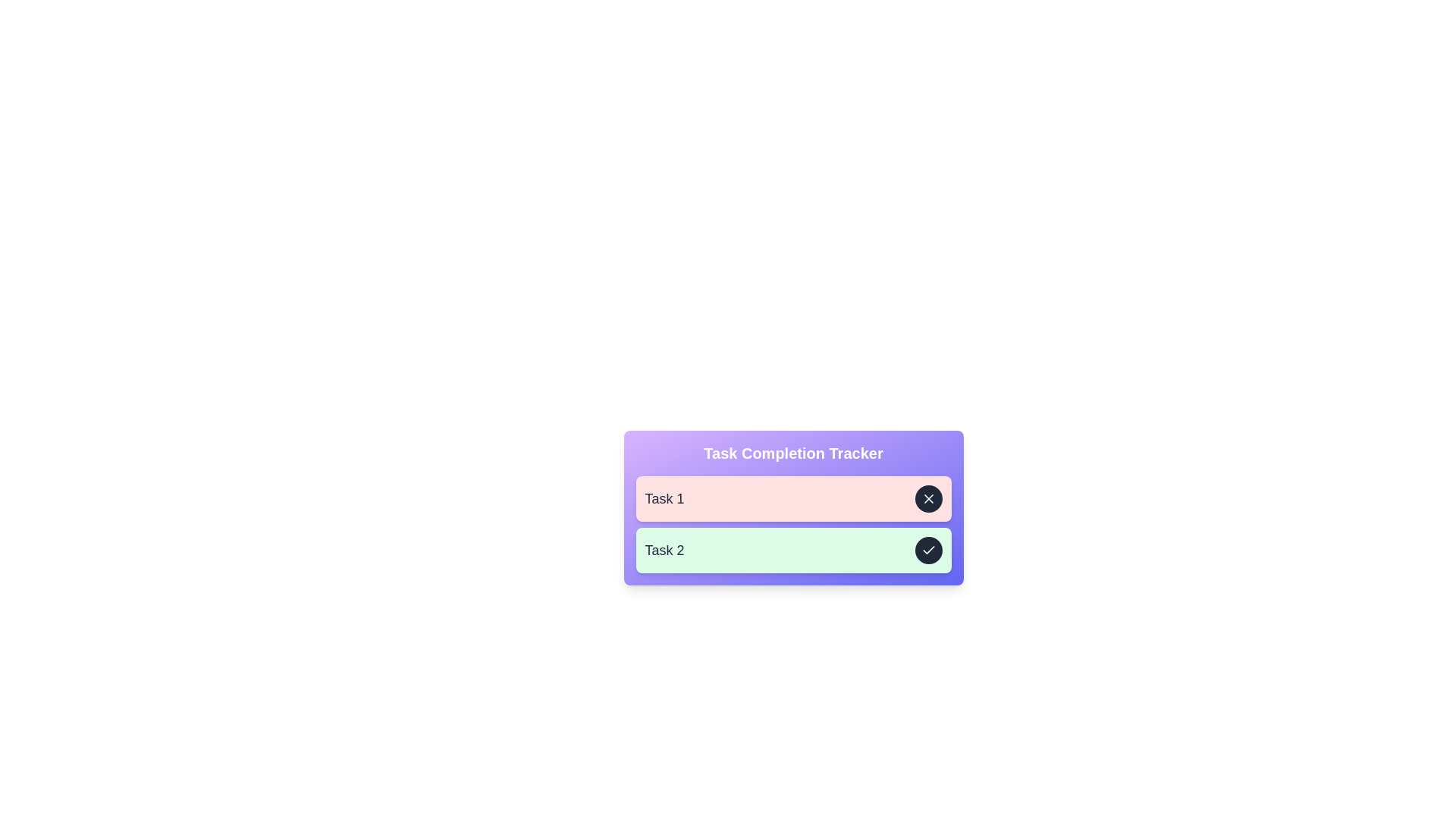 The image size is (1456, 819). What do you see at coordinates (927, 550) in the screenshot?
I see `the confirmation icon located at the far-right end of the second row in the 'Task Completion Tracker' interface` at bounding box center [927, 550].